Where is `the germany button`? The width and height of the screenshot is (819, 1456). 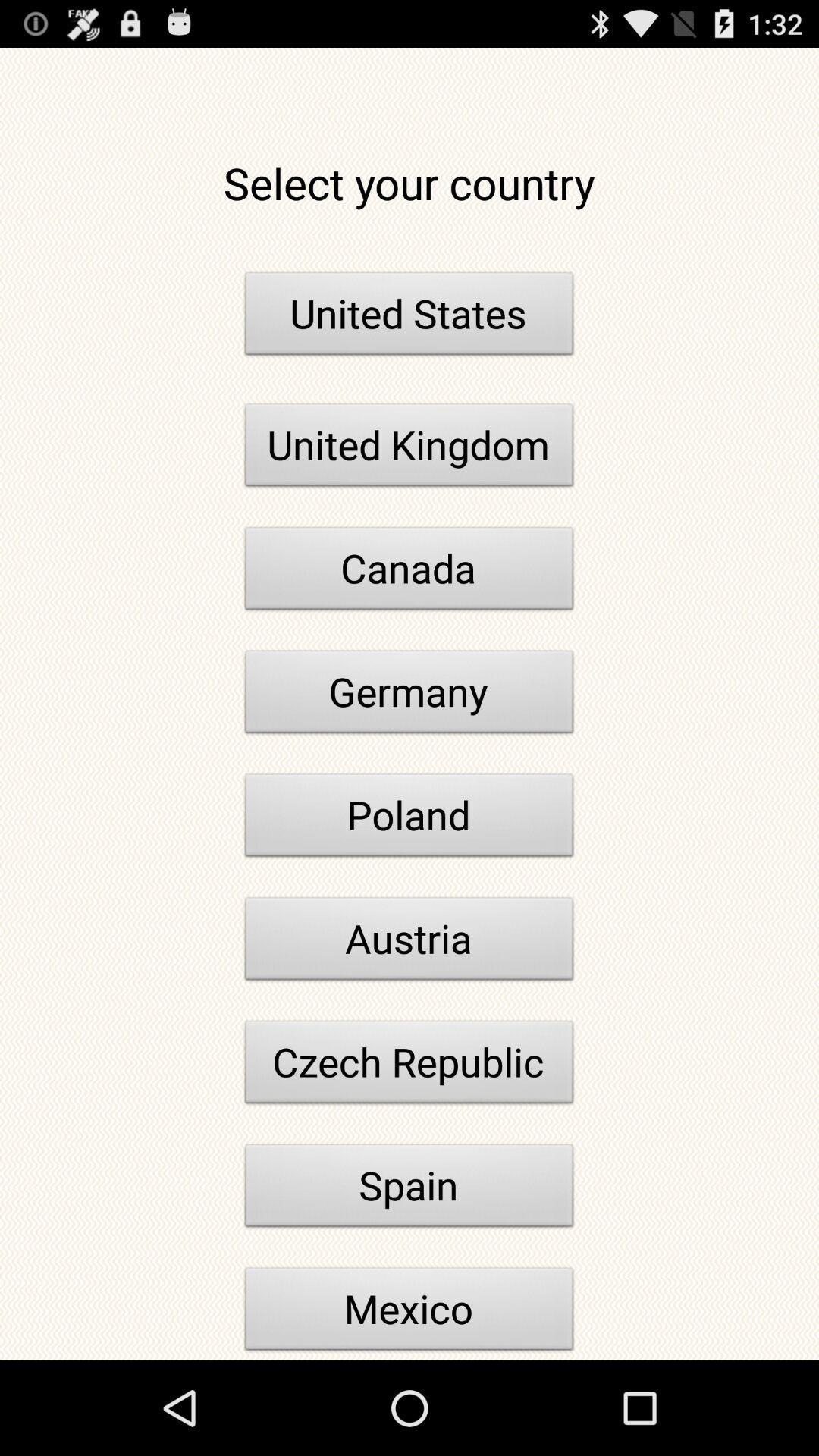 the germany button is located at coordinates (409, 695).